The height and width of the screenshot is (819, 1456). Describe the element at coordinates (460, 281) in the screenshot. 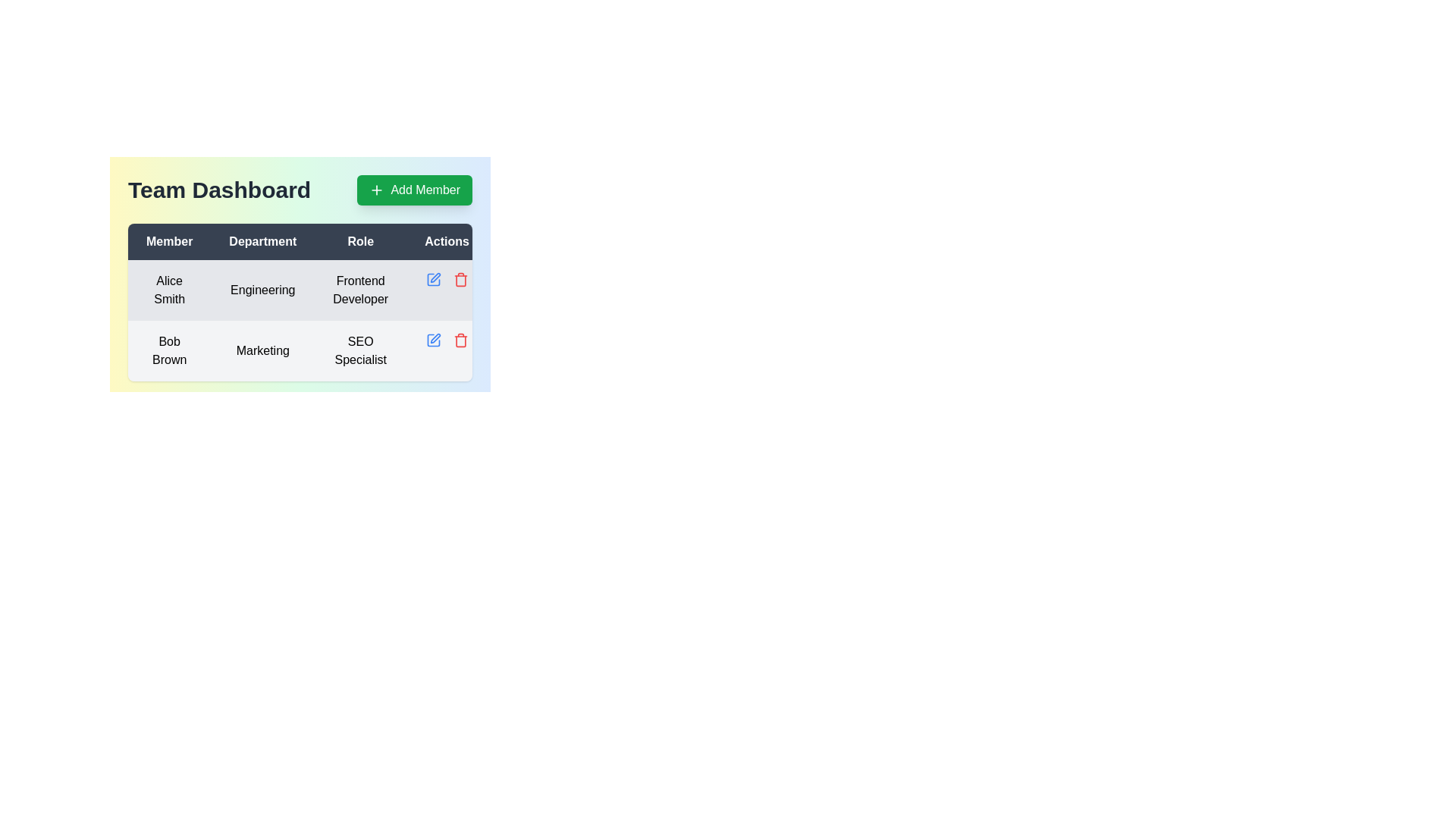

I see `the trash bin icon segment located in the 'Actions' column of the second data row, adjacent to the entry for 'Bob Brown'` at that location.